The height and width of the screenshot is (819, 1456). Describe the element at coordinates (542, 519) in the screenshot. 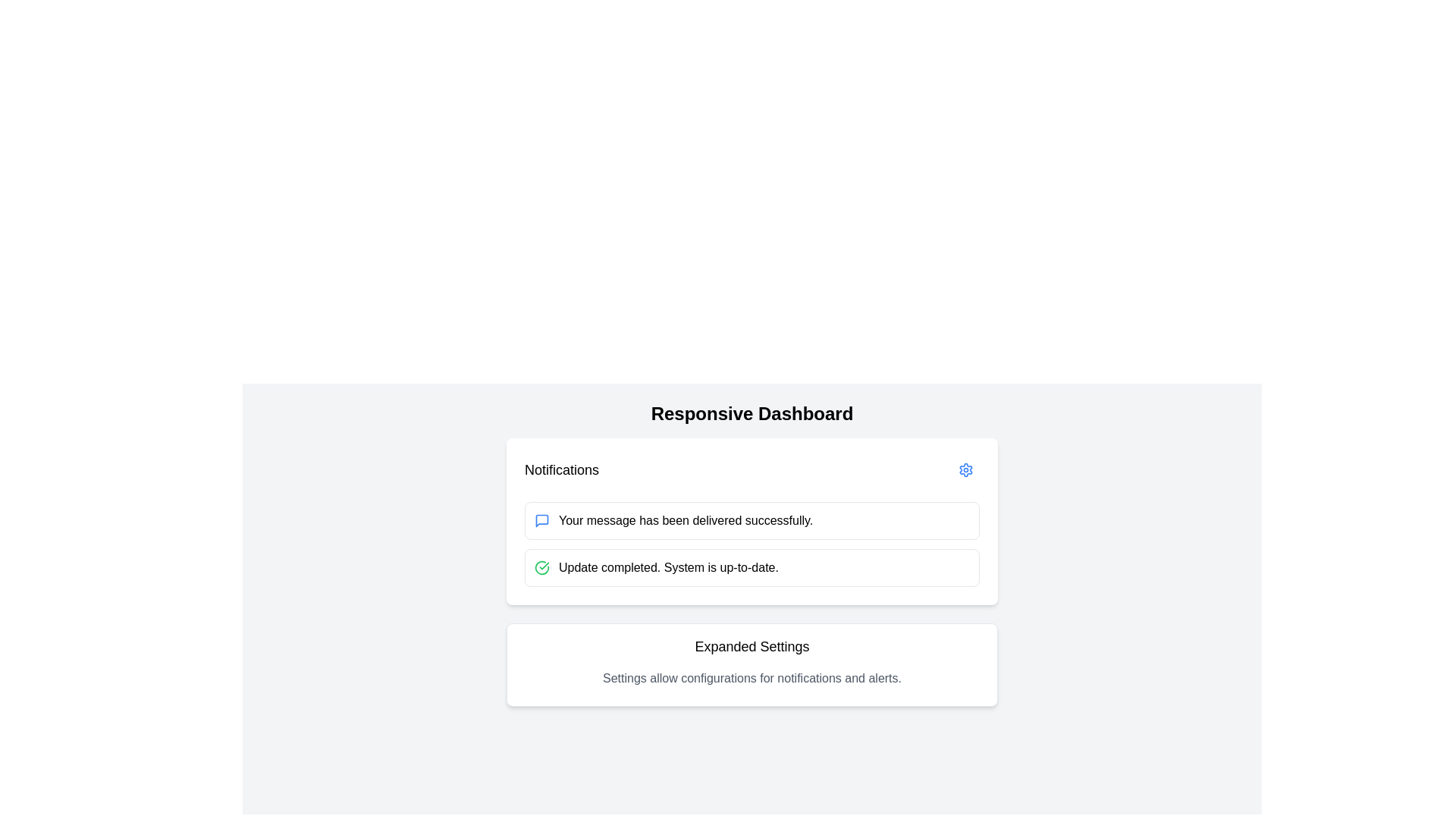

I see `the blue speech bubble icon that signifies messages or comments, located to the left of the text indicating successful message delivery` at that location.